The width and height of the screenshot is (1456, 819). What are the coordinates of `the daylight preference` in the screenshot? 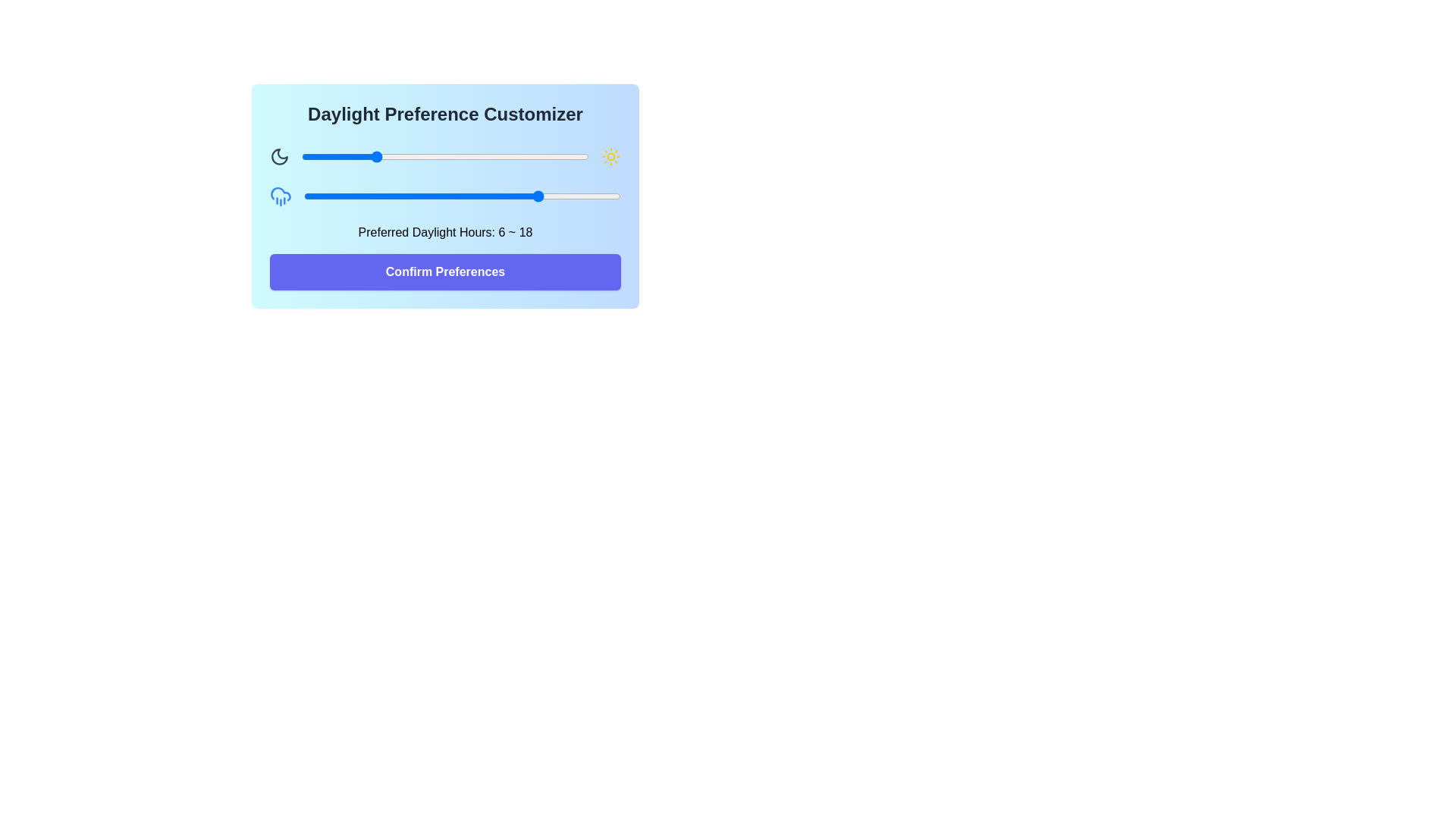 It's located at (409, 157).